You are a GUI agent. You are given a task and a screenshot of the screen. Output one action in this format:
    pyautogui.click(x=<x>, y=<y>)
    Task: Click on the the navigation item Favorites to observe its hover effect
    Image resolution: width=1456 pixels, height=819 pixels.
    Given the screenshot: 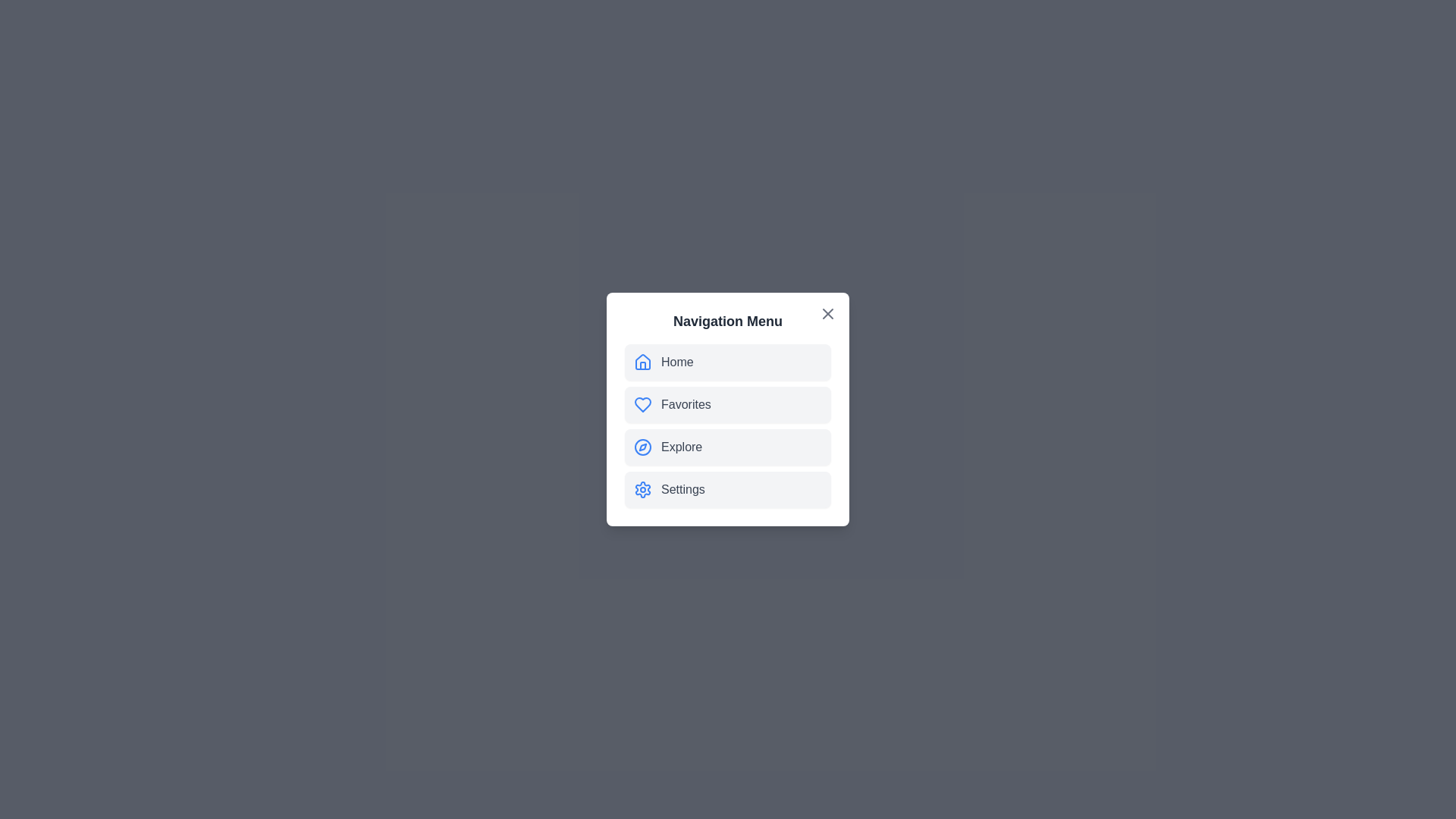 What is the action you would take?
    pyautogui.click(x=728, y=403)
    